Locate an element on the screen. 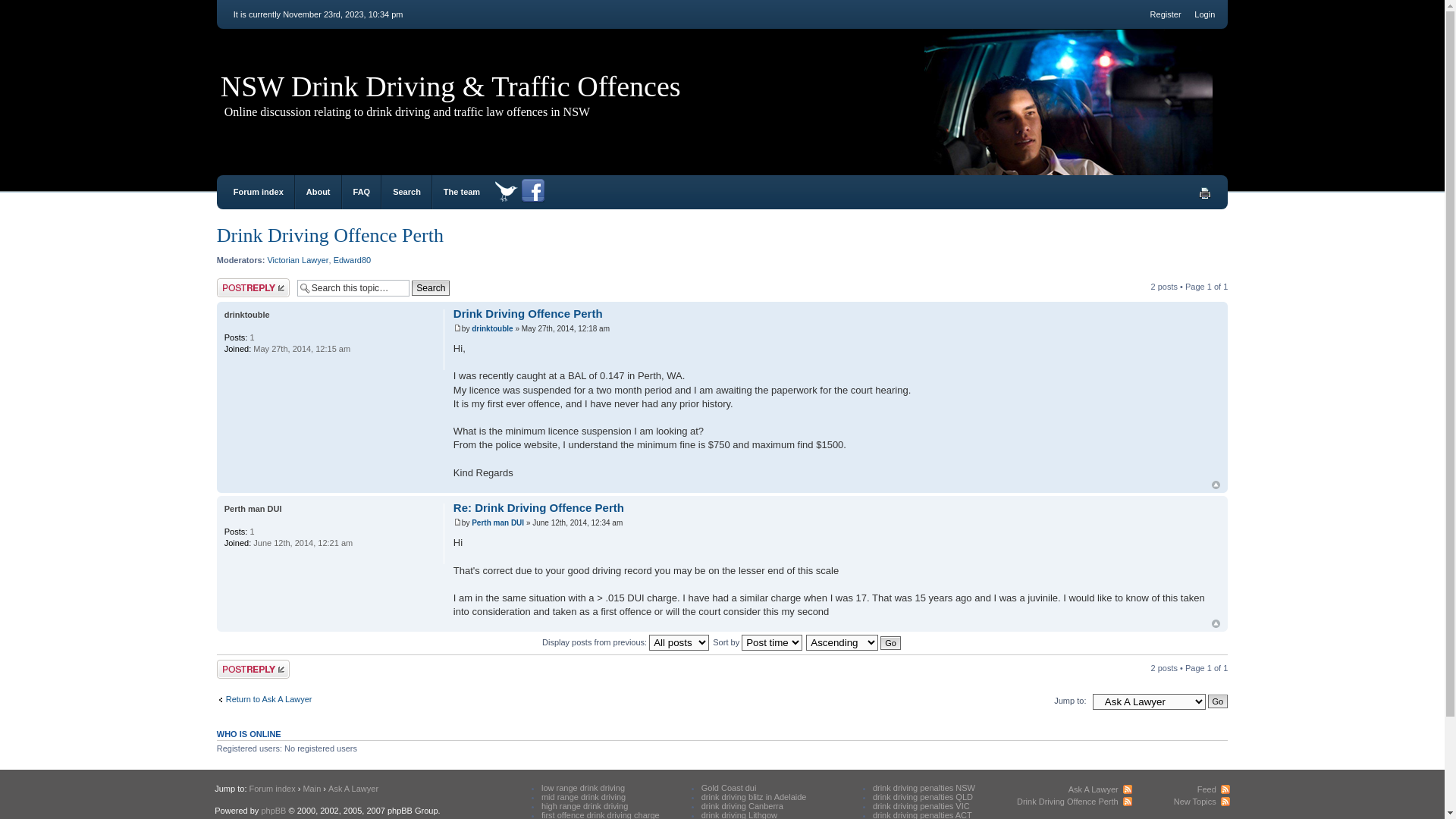  'mid range drink driving' is located at coordinates (541, 795).